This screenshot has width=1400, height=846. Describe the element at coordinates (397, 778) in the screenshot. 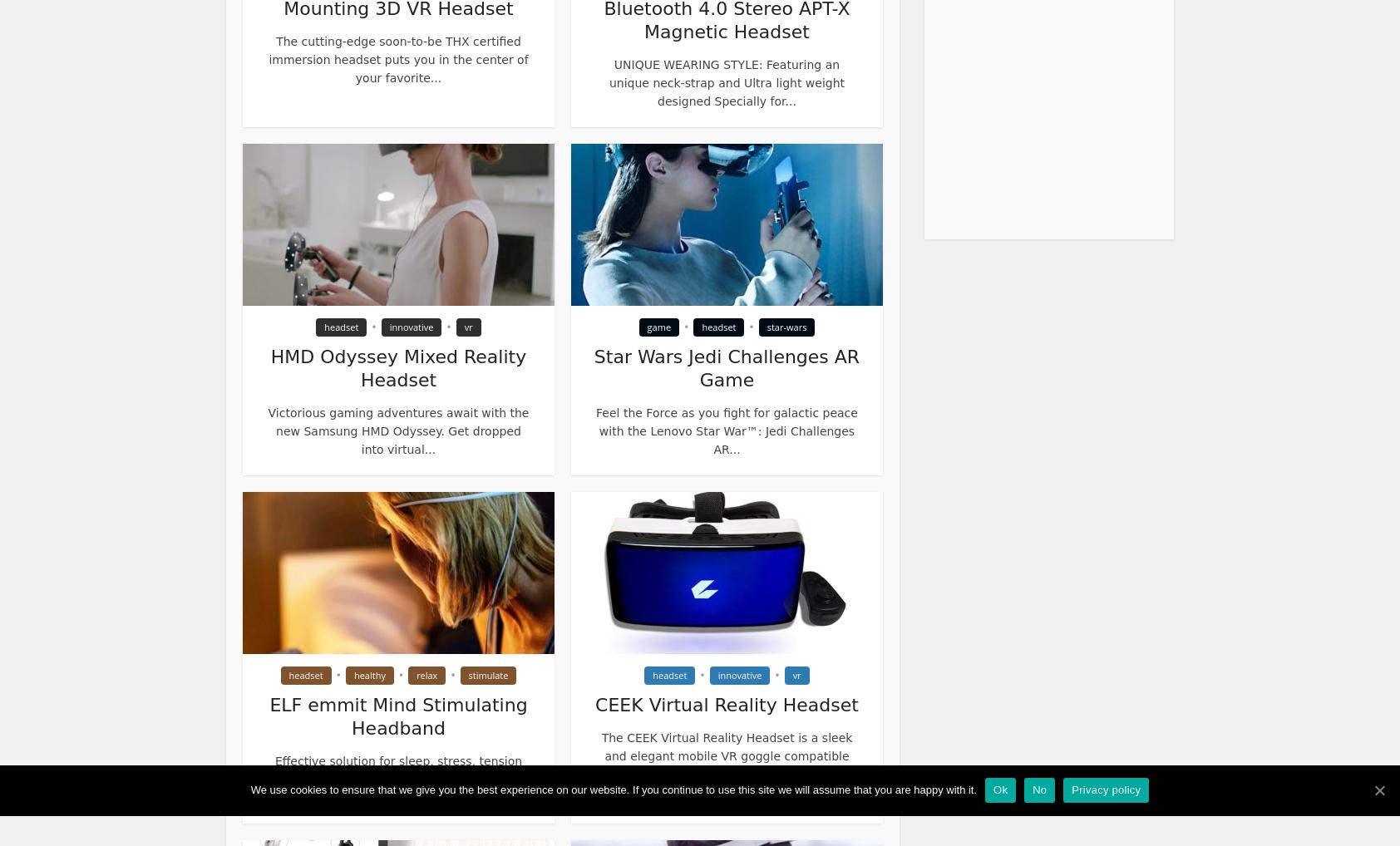

I see `'Effective solution for sleep, stress, tension and anxiety issues beyond chemicals. Experience...'` at that location.